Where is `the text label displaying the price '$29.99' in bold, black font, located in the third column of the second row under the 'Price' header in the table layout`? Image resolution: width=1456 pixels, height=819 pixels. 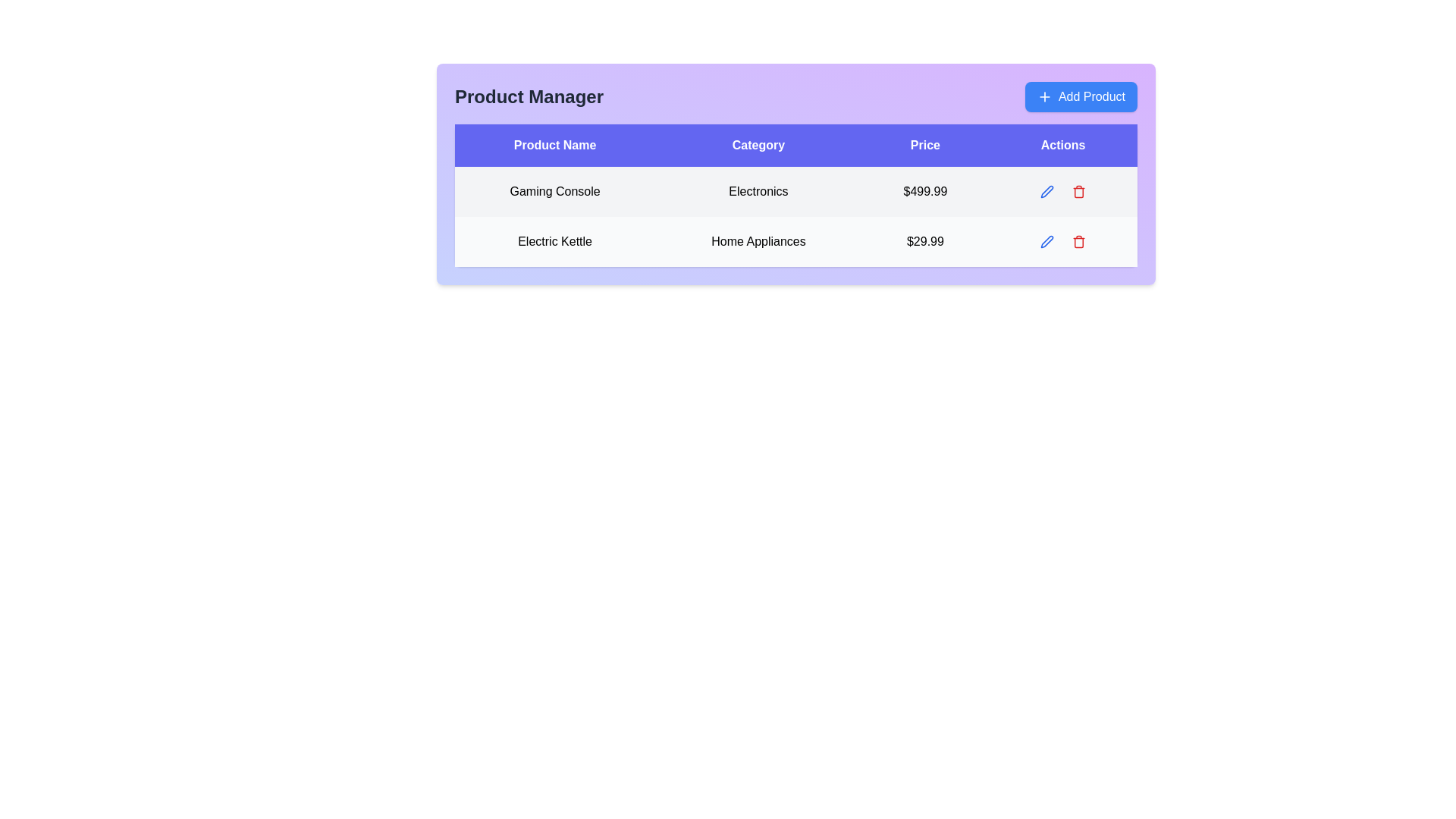 the text label displaying the price '$29.99' in bold, black font, located in the third column of the second row under the 'Price' header in the table layout is located at coordinates (924, 241).